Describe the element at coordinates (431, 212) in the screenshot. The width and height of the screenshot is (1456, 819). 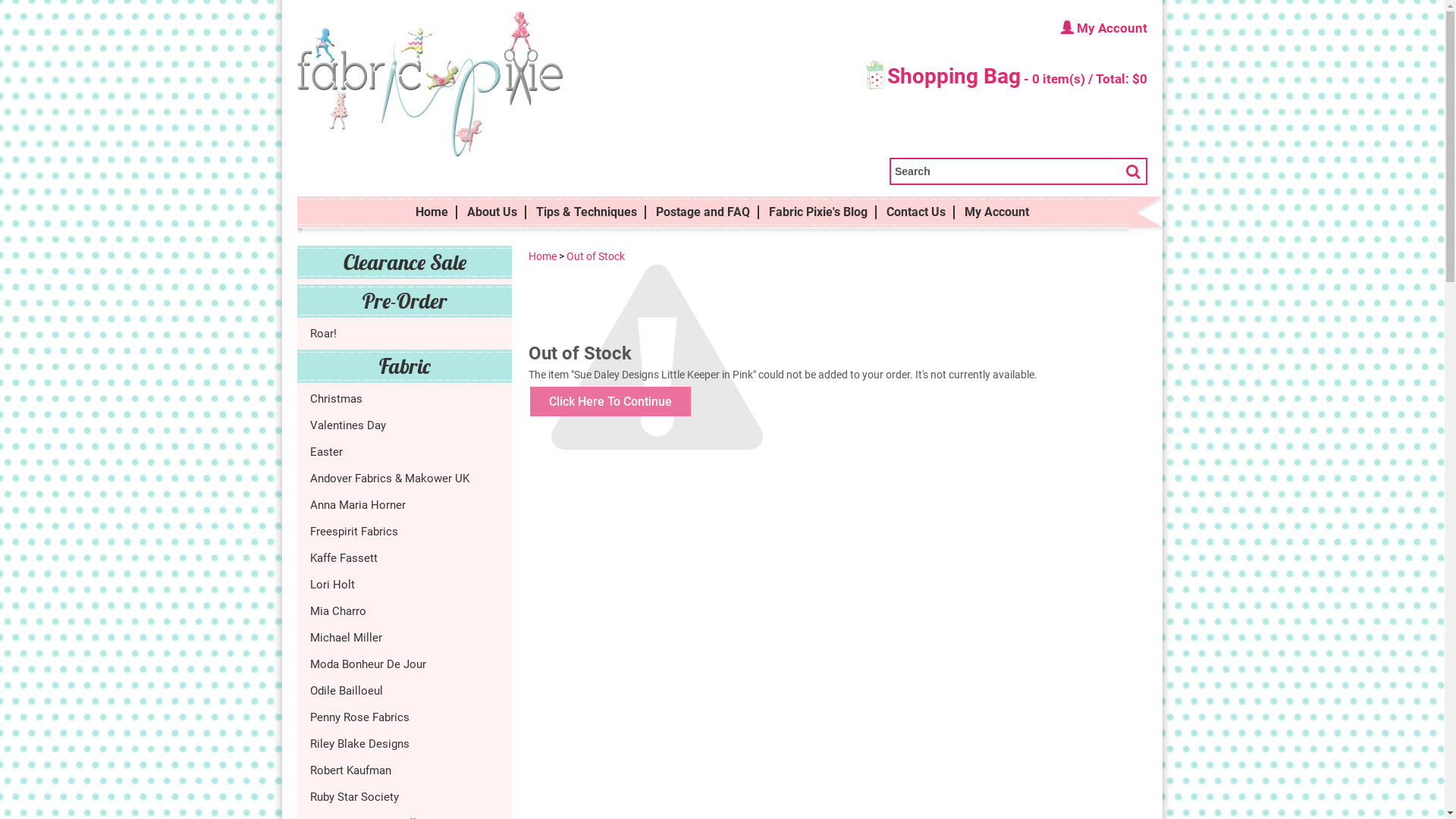
I see `'Home'` at that location.